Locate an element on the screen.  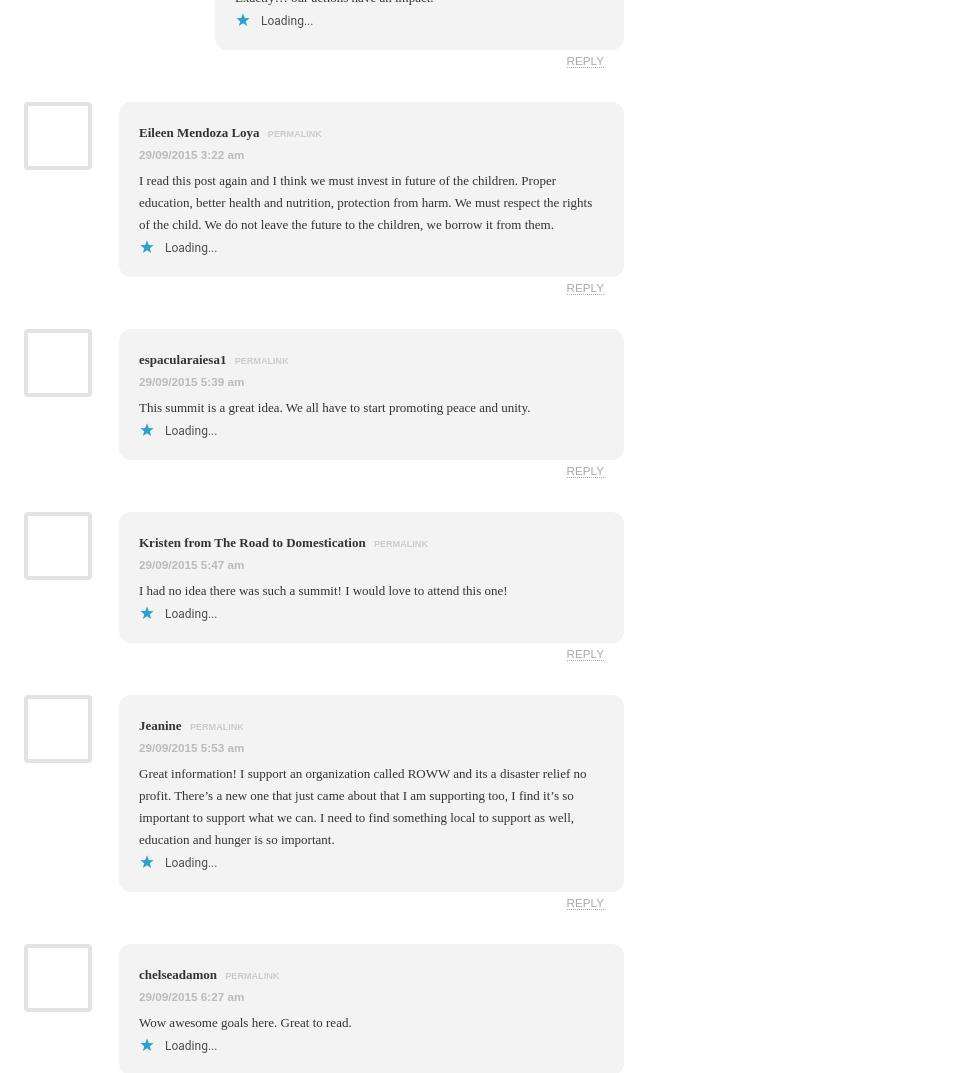
'espacularaiesa1' is located at coordinates (184, 357).